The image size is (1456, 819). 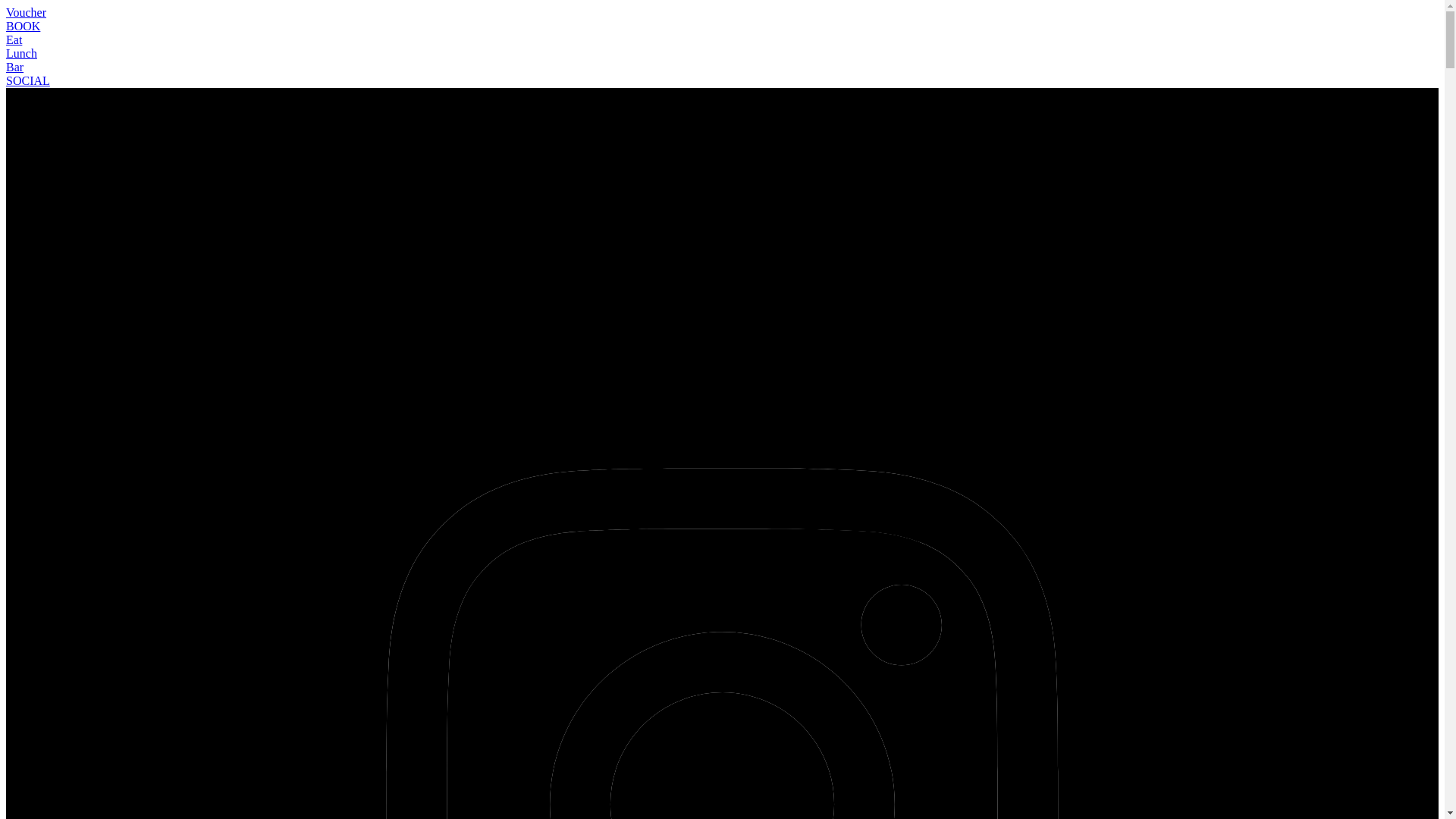 I want to click on 'SOCIAL', so click(x=28, y=80).